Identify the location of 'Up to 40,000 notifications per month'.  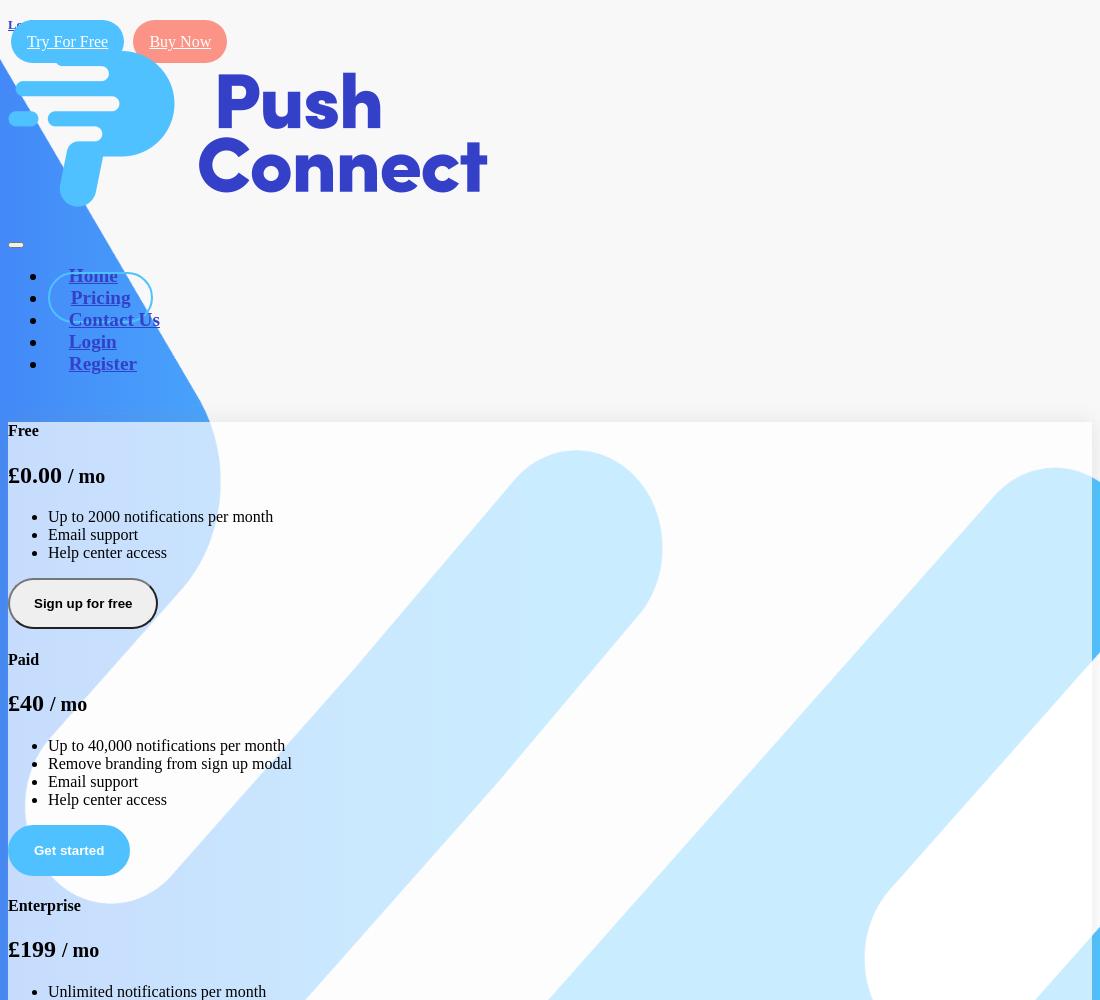
(165, 743).